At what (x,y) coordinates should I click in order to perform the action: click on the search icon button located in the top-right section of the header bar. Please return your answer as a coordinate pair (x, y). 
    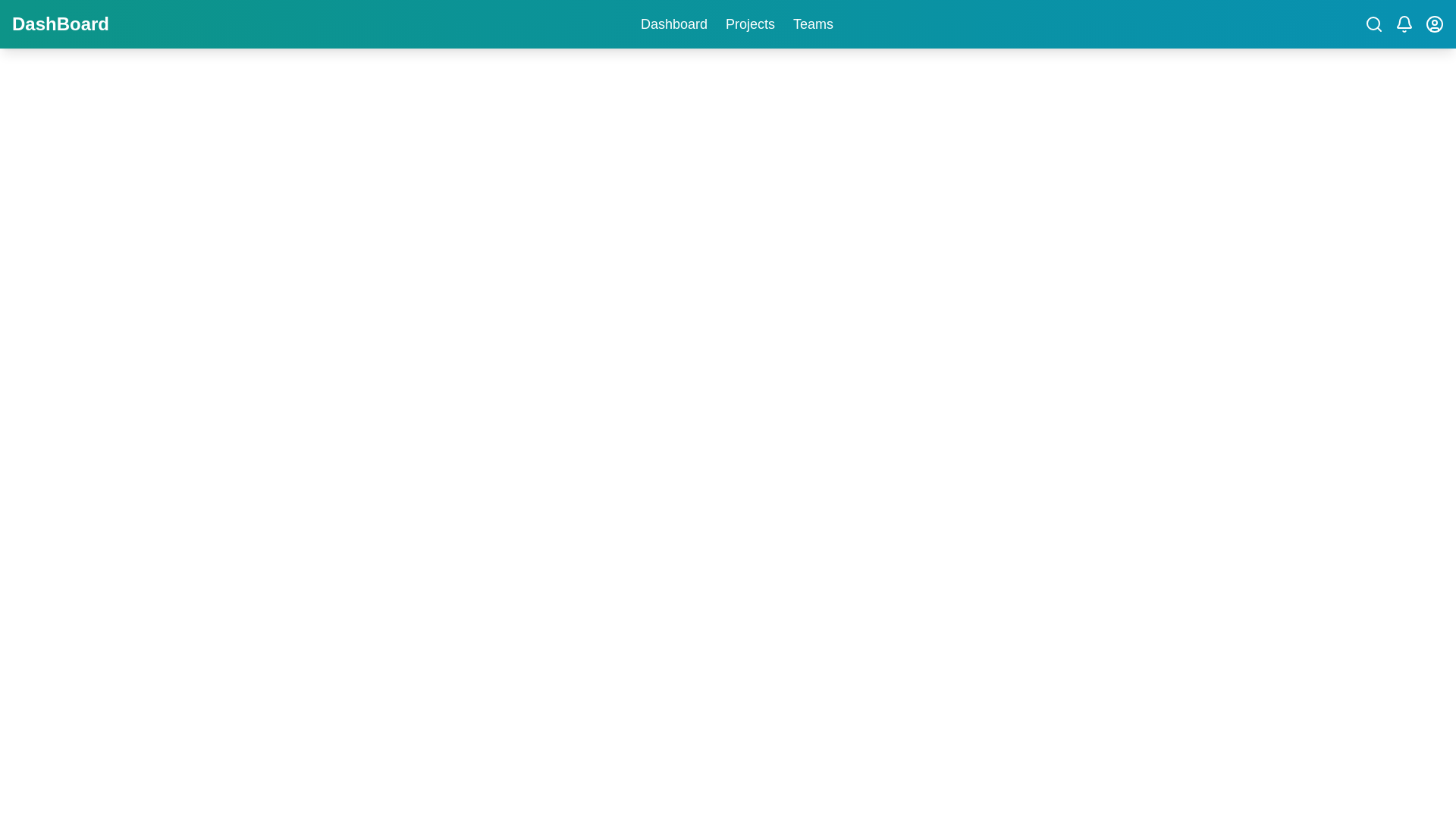
    Looking at the image, I should click on (1373, 24).